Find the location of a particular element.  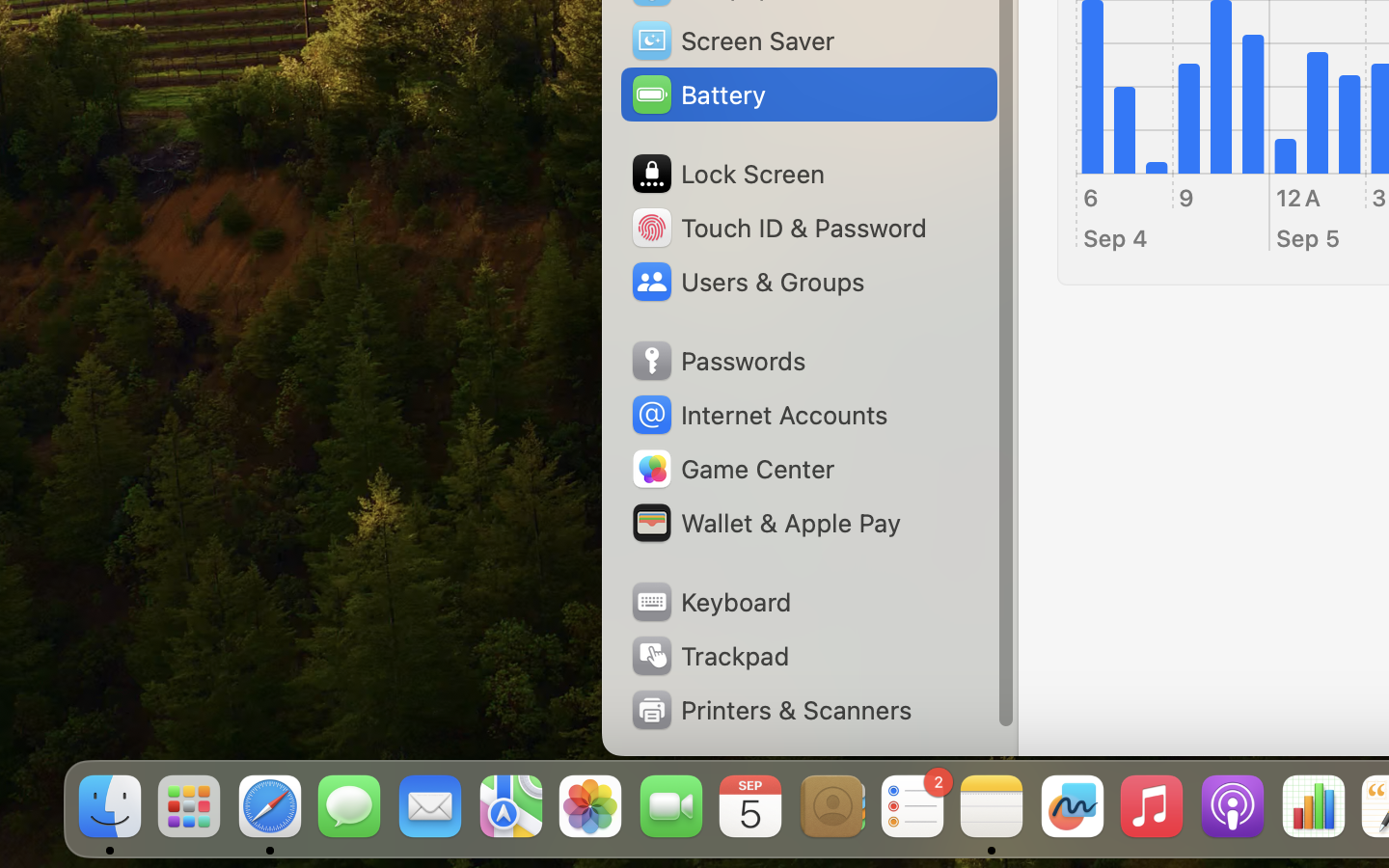

'Keyboard' is located at coordinates (708, 601).